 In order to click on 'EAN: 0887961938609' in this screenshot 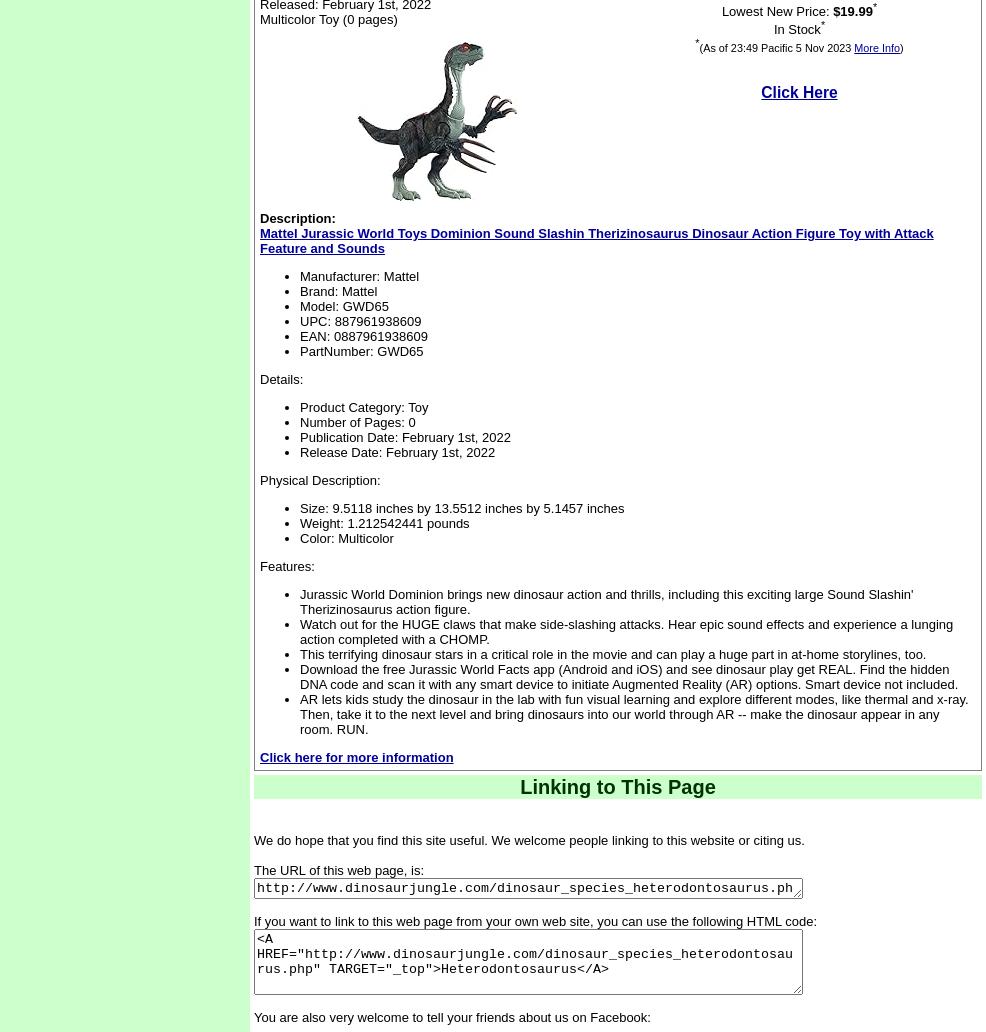, I will do `click(362, 336)`.